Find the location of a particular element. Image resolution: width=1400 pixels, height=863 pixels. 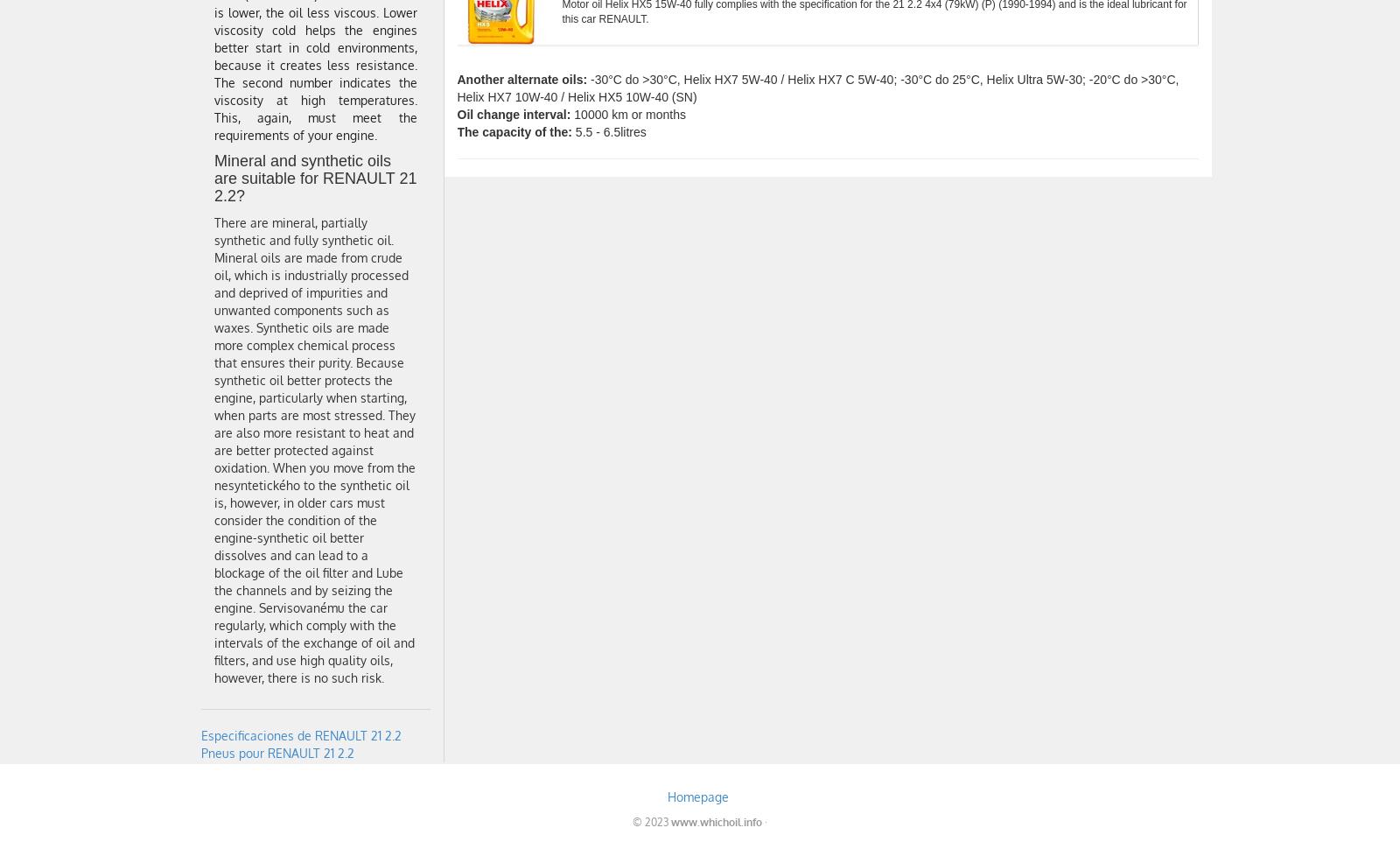

'10000 km or  months' is located at coordinates (627, 115).